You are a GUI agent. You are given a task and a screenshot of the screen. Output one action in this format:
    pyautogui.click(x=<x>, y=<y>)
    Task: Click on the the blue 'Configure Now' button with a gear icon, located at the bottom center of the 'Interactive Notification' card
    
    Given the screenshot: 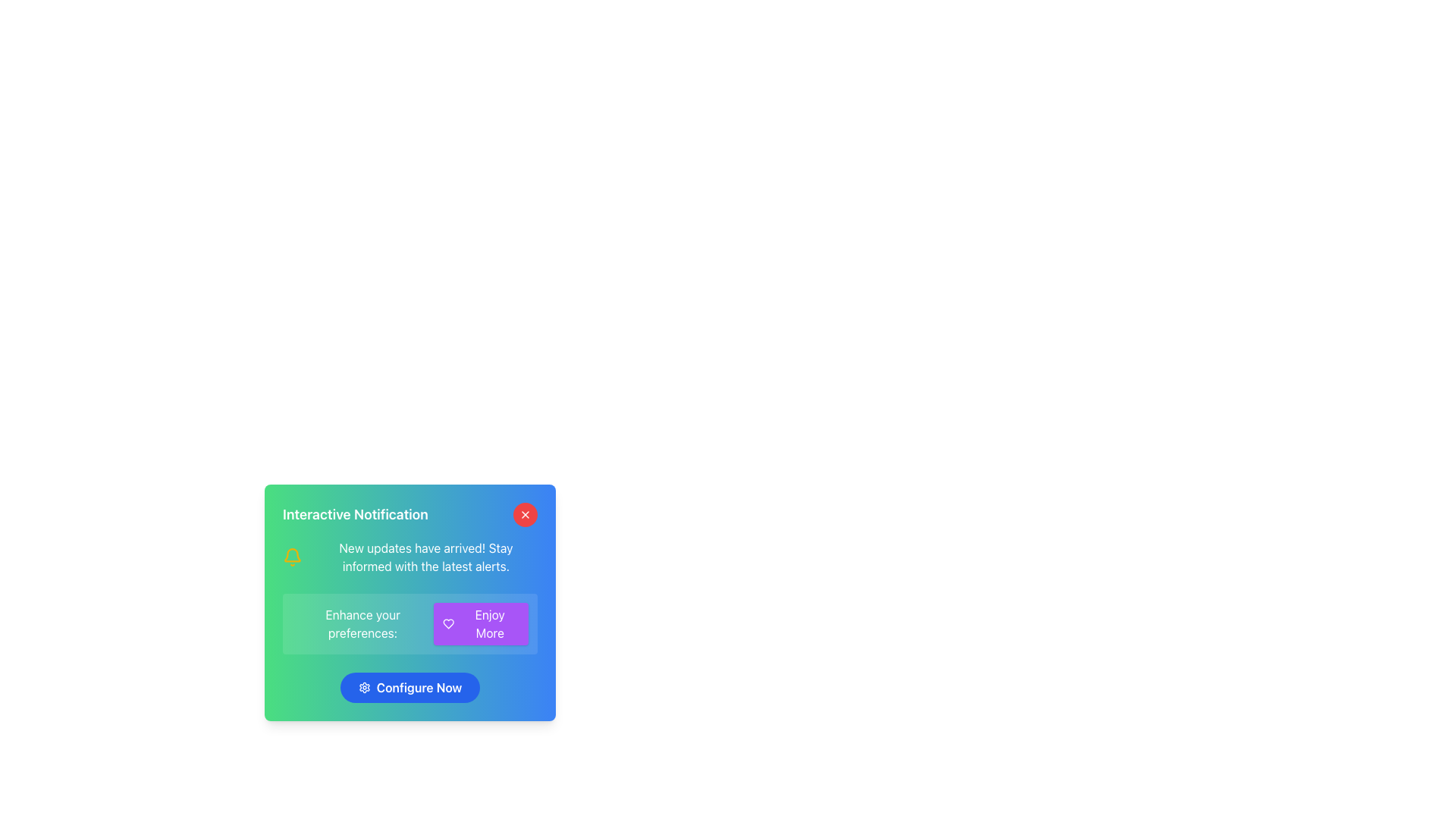 What is the action you would take?
    pyautogui.click(x=410, y=687)
    